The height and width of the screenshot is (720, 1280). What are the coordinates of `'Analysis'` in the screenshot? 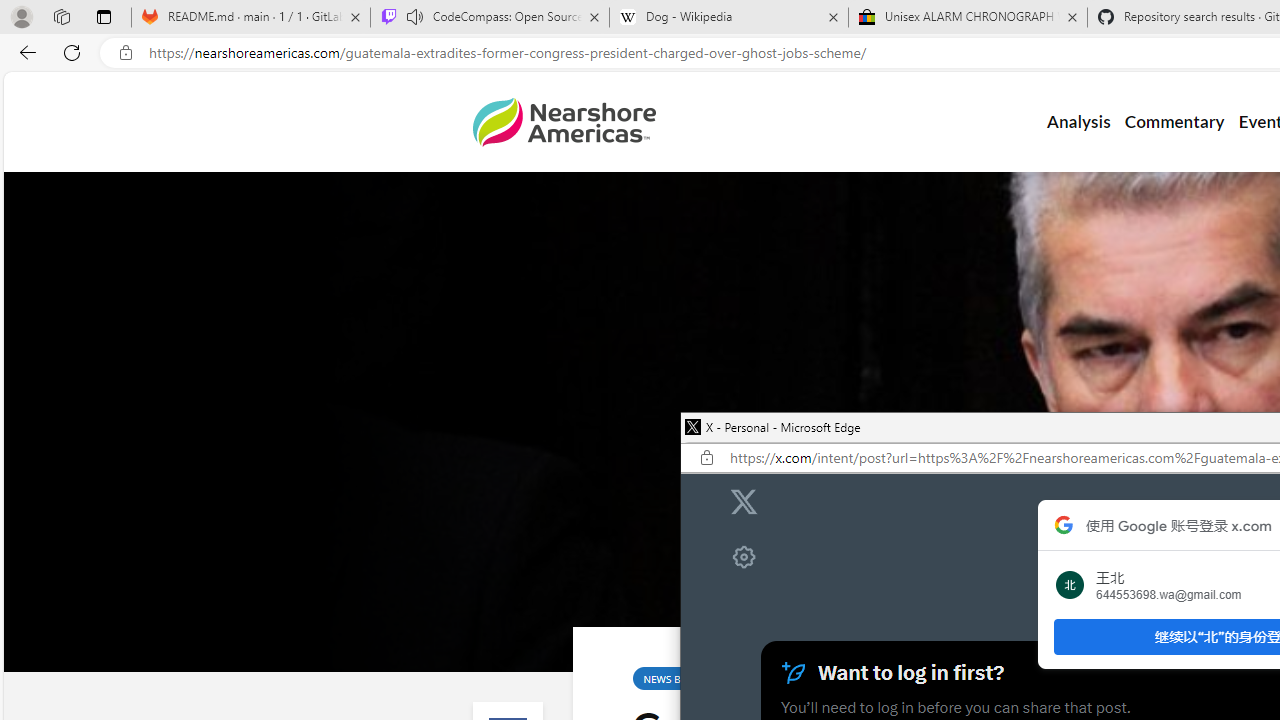 It's located at (1077, 122).